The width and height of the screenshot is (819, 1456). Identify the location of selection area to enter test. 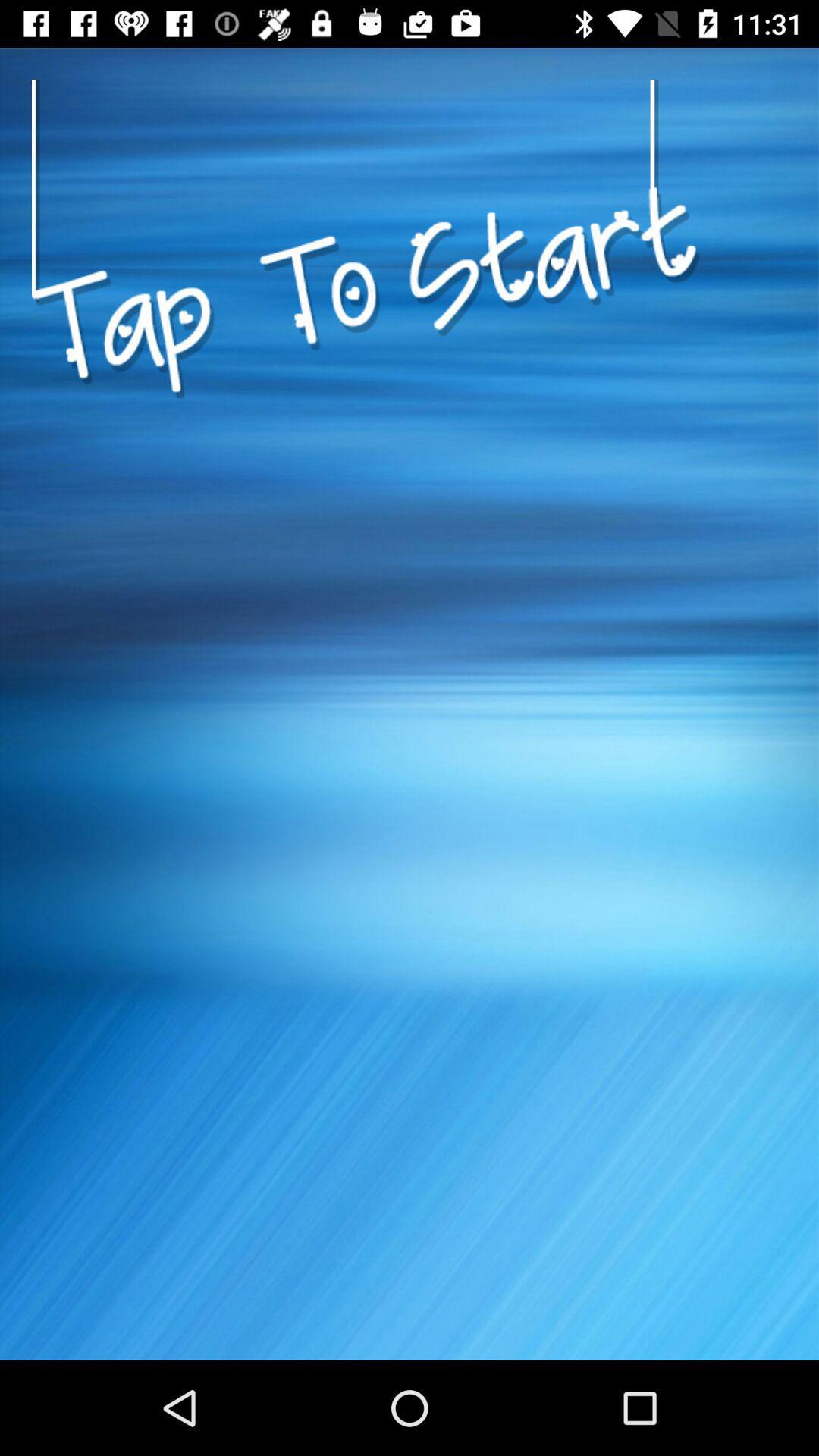
(366, 465).